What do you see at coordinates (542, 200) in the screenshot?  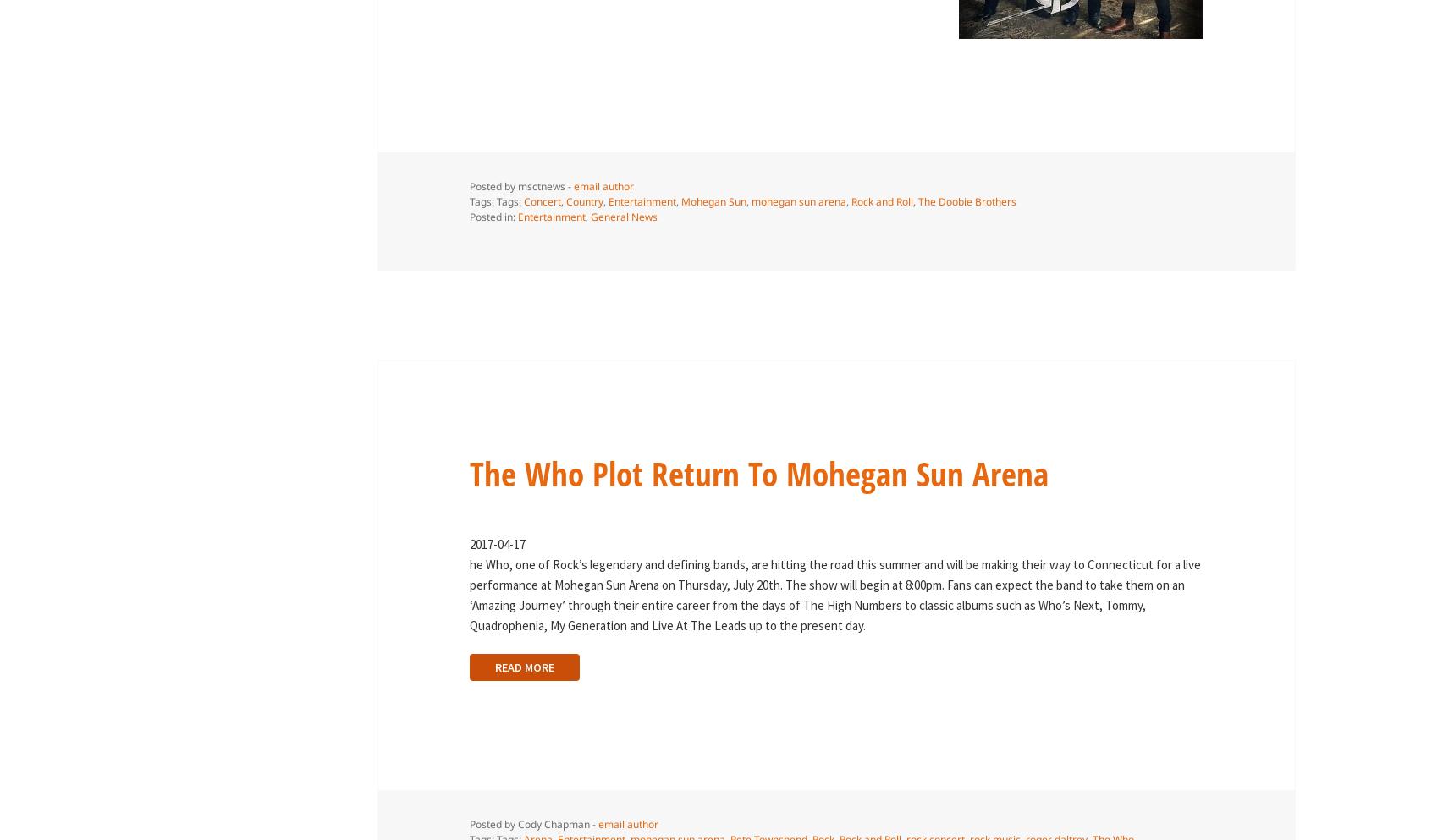 I see `'Concert'` at bounding box center [542, 200].